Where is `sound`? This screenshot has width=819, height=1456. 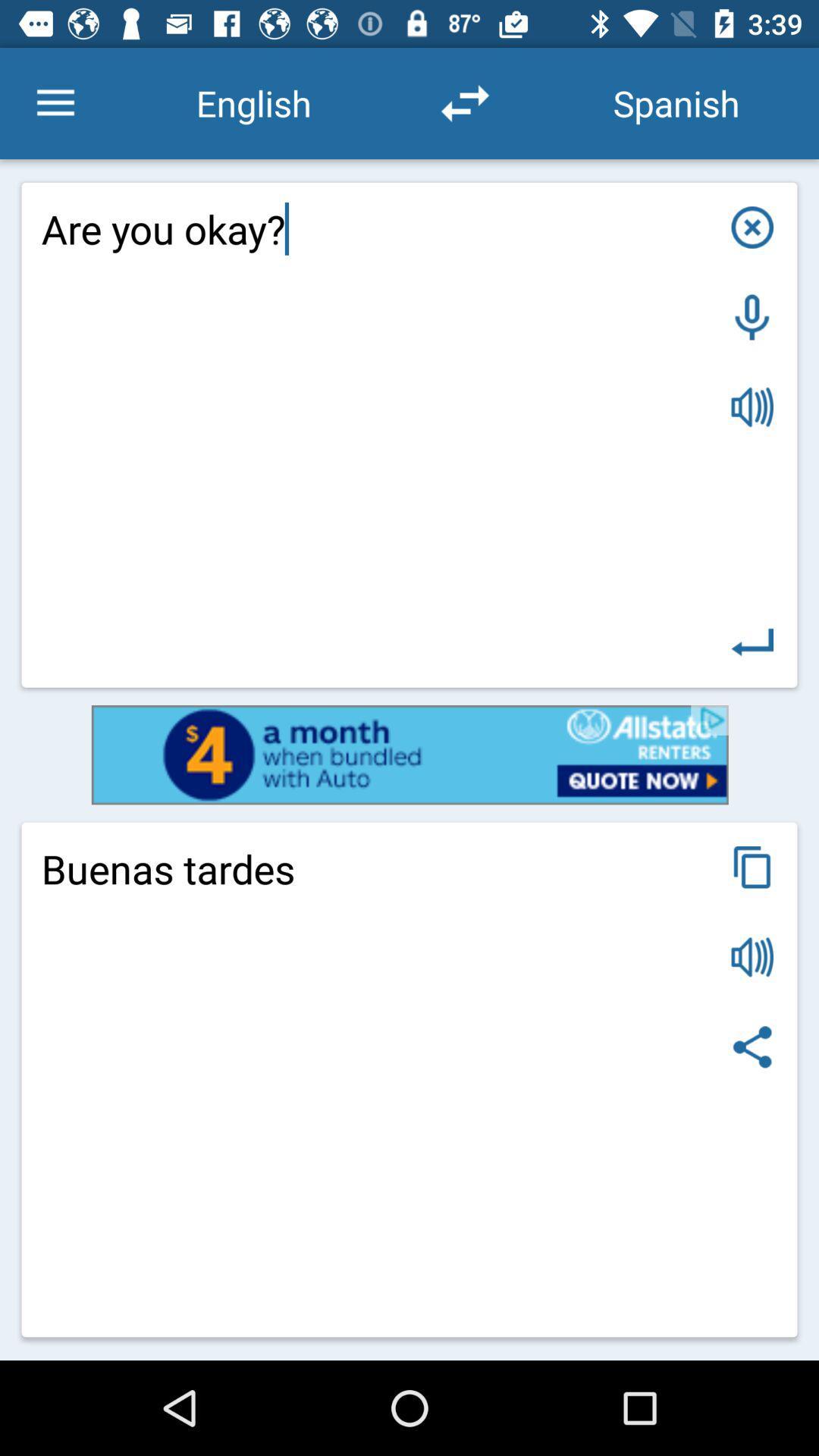 sound is located at coordinates (752, 407).